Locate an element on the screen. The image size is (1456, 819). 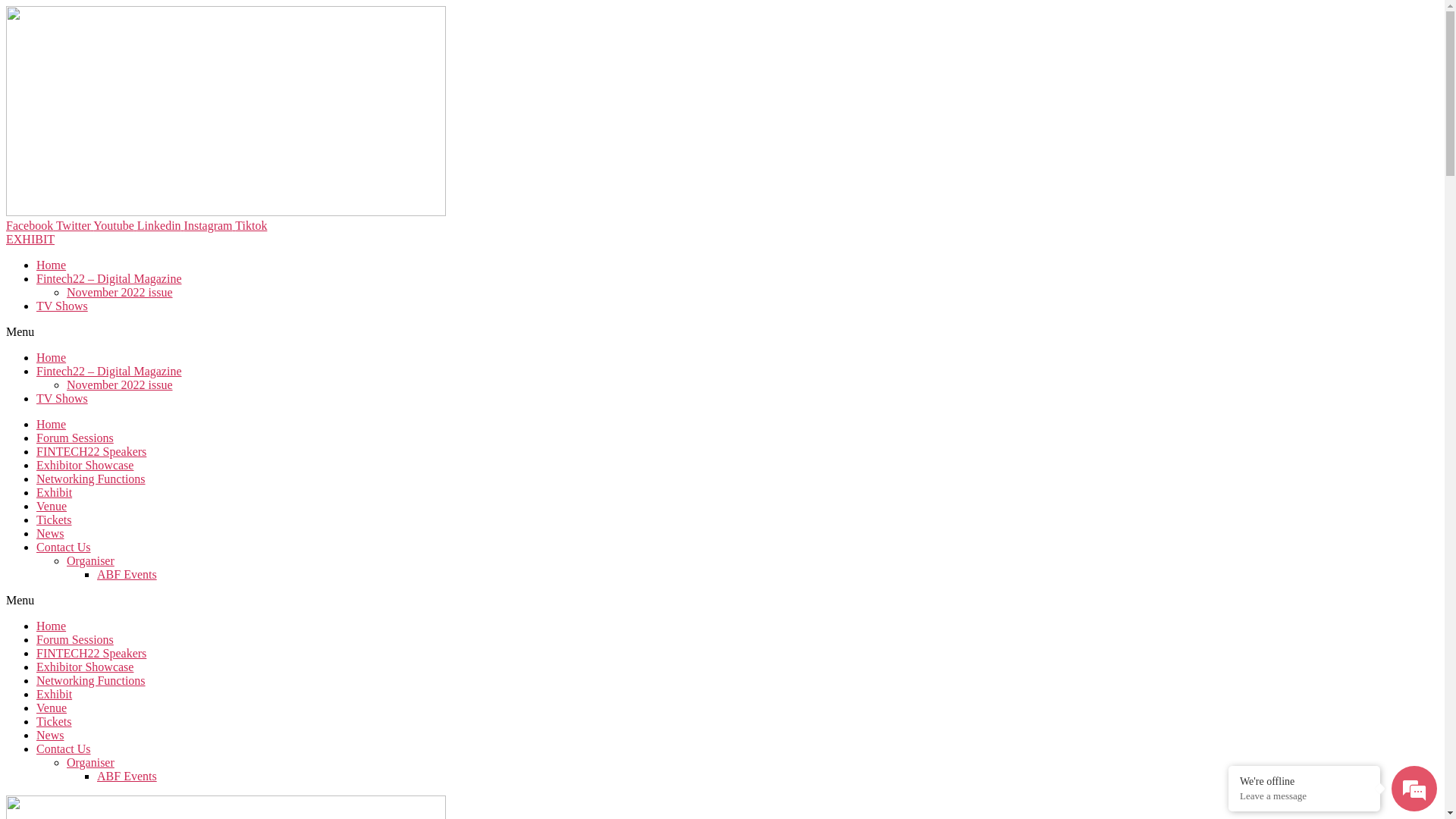
'Tiktok' is located at coordinates (251, 225).